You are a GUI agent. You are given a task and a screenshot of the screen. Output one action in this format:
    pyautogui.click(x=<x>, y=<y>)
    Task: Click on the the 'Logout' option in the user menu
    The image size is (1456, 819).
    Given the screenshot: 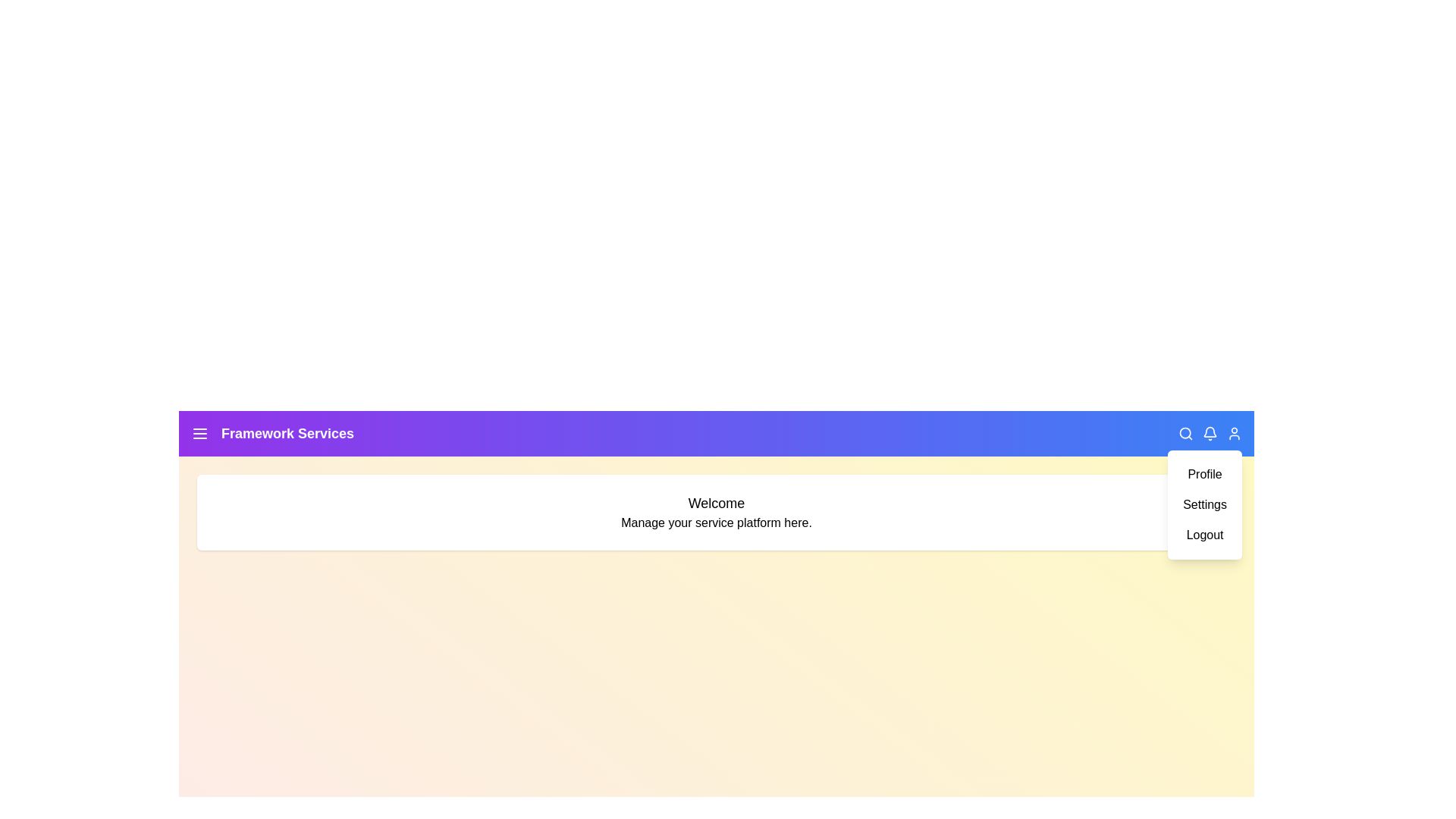 What is the action you would take?
    pyautogui.click(x=1203, y=534)
    